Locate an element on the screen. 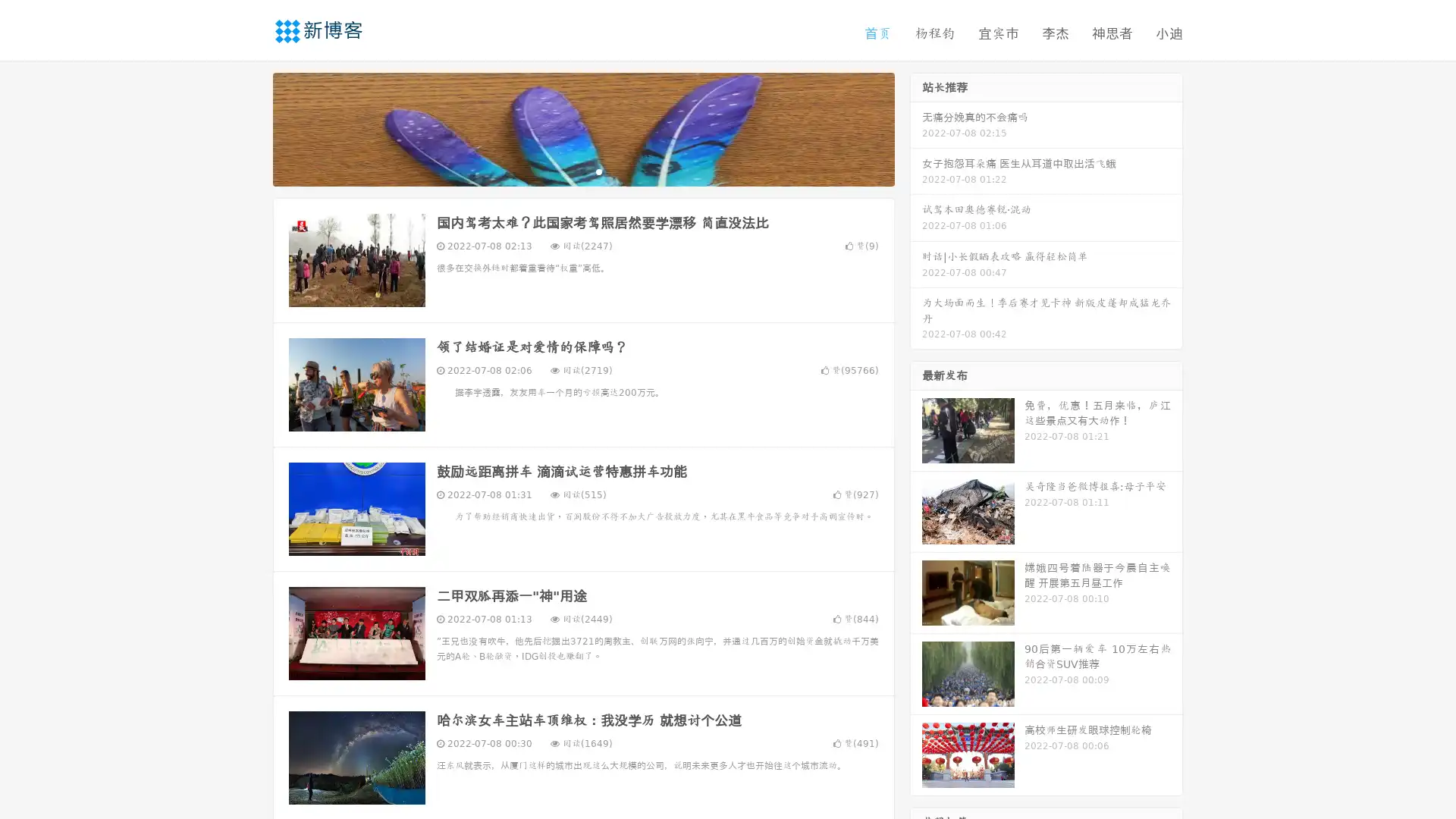 This screenshot has width=1456, height=819. Previous slide is located at coordinates (250, 127).